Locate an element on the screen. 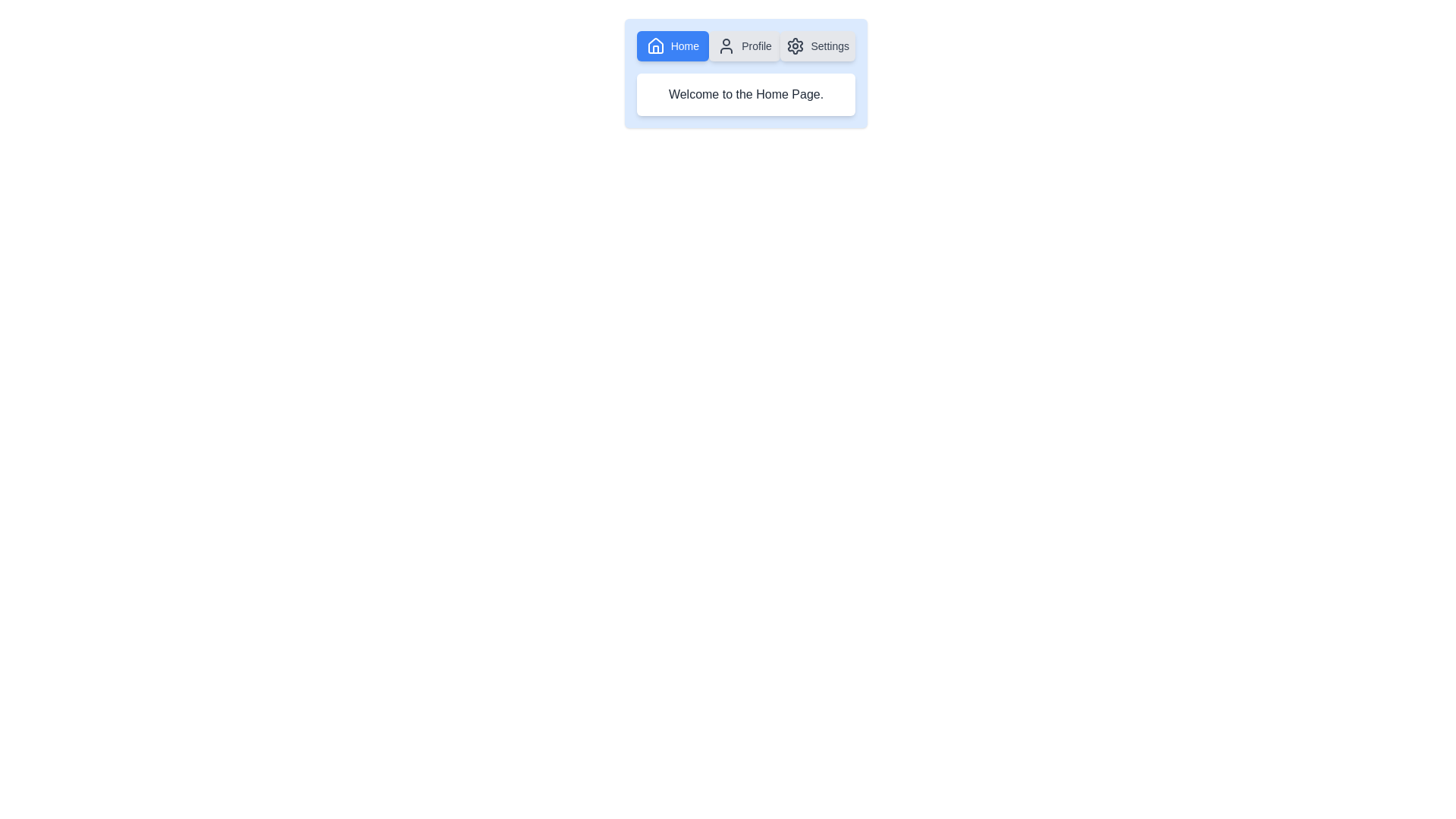 The height and width of the screenshot is (819, 1456). the user avatar icon, which is the leftmost element within the 'Profile' button located in the top menu bar is located at coordinates (726, 45).